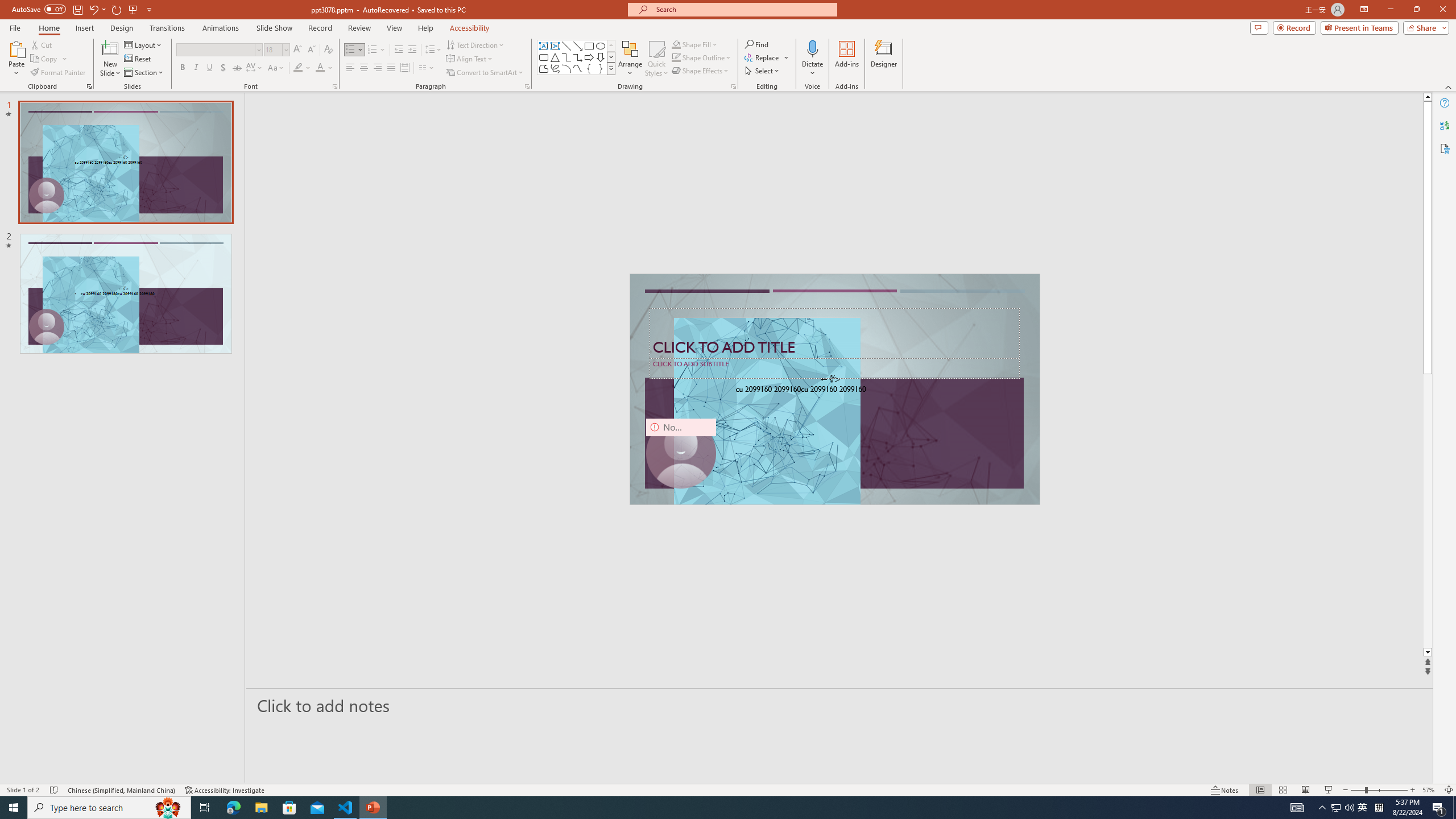 The width and height of the screenshot is (1456, 819). I want to click on 'Numbering', so click(377, 49).